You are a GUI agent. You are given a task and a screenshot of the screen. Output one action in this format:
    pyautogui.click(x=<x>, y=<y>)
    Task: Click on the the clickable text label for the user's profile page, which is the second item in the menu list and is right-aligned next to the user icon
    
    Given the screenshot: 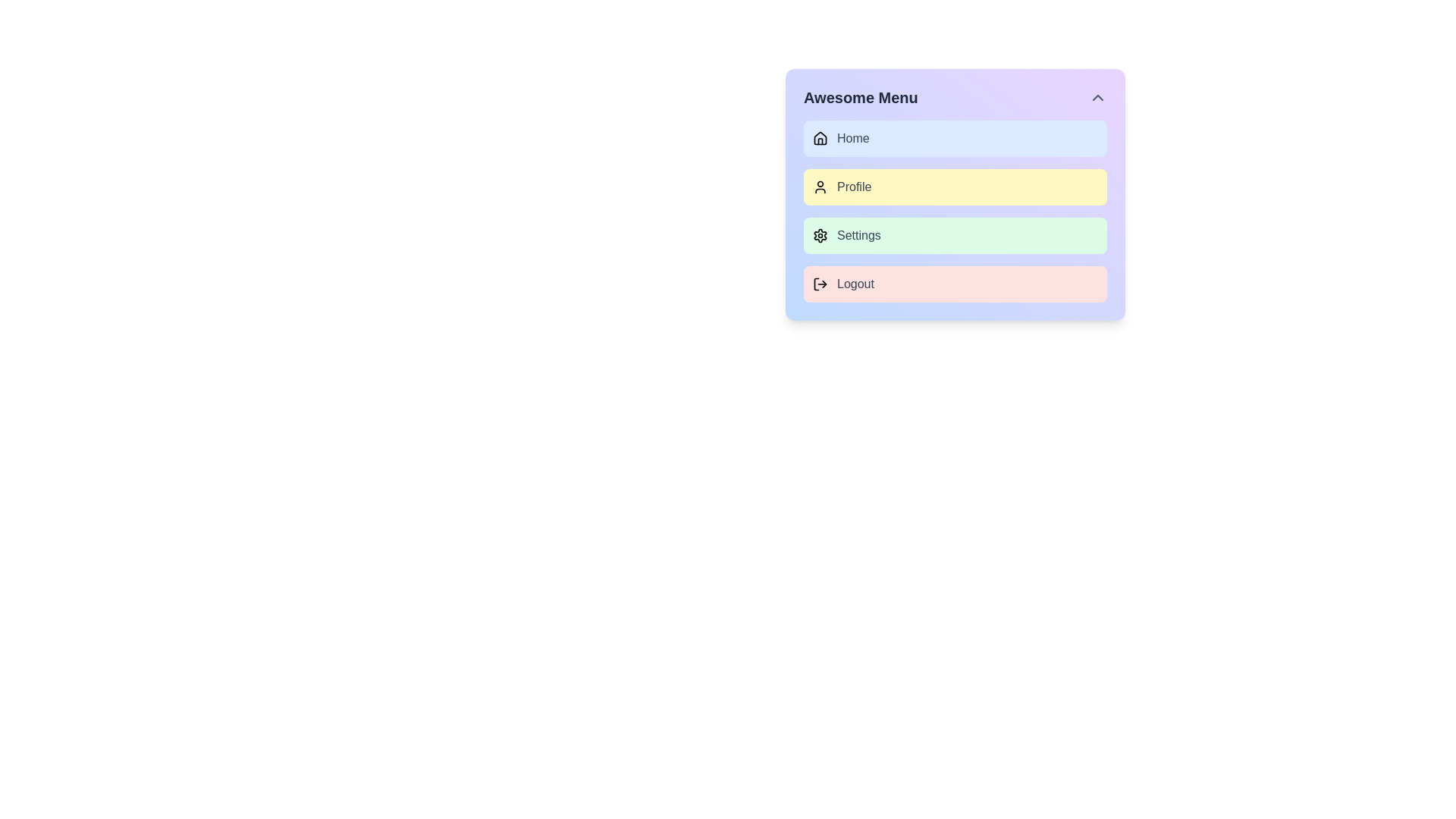 What is the action you would take?
    pyautogui.click(x=854, y=186)
    